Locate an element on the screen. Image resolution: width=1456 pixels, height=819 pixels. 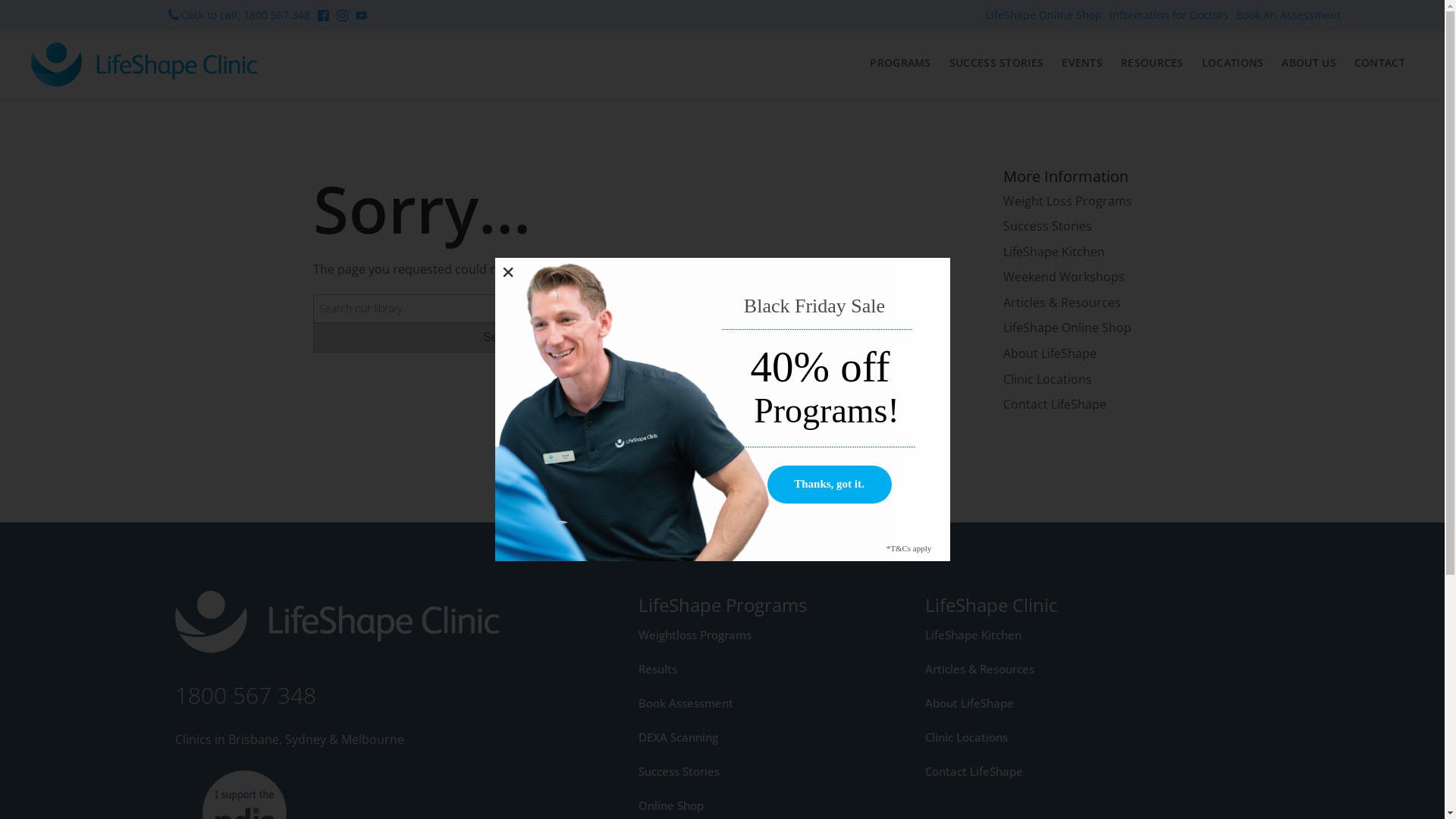
'Search' is located at coordinates (502, 336).